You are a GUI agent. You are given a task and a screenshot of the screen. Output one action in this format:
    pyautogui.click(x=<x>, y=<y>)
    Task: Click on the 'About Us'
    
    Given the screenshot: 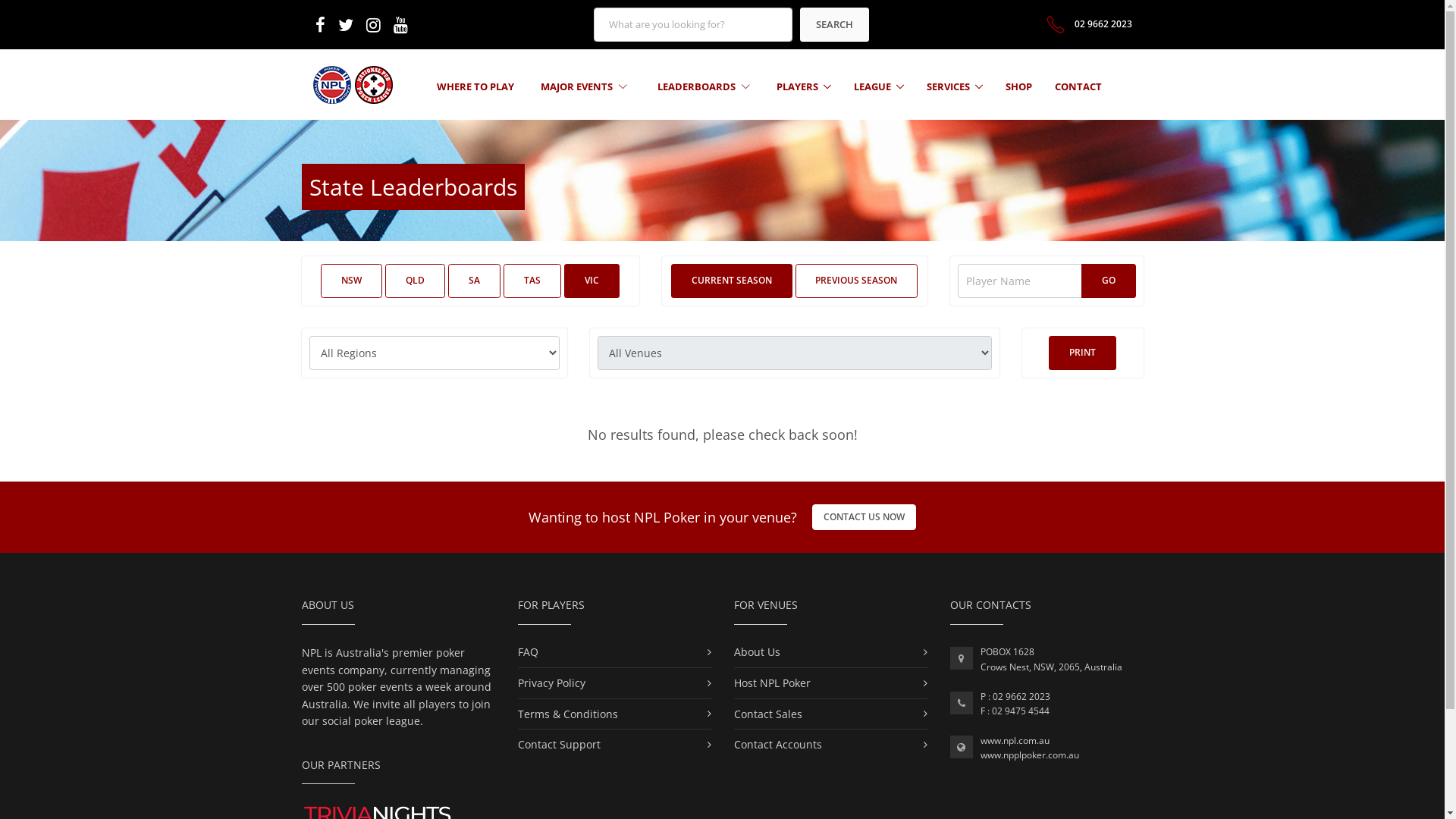 What is the action you would take?
    pyautogui.click(x=757, y=651)
    